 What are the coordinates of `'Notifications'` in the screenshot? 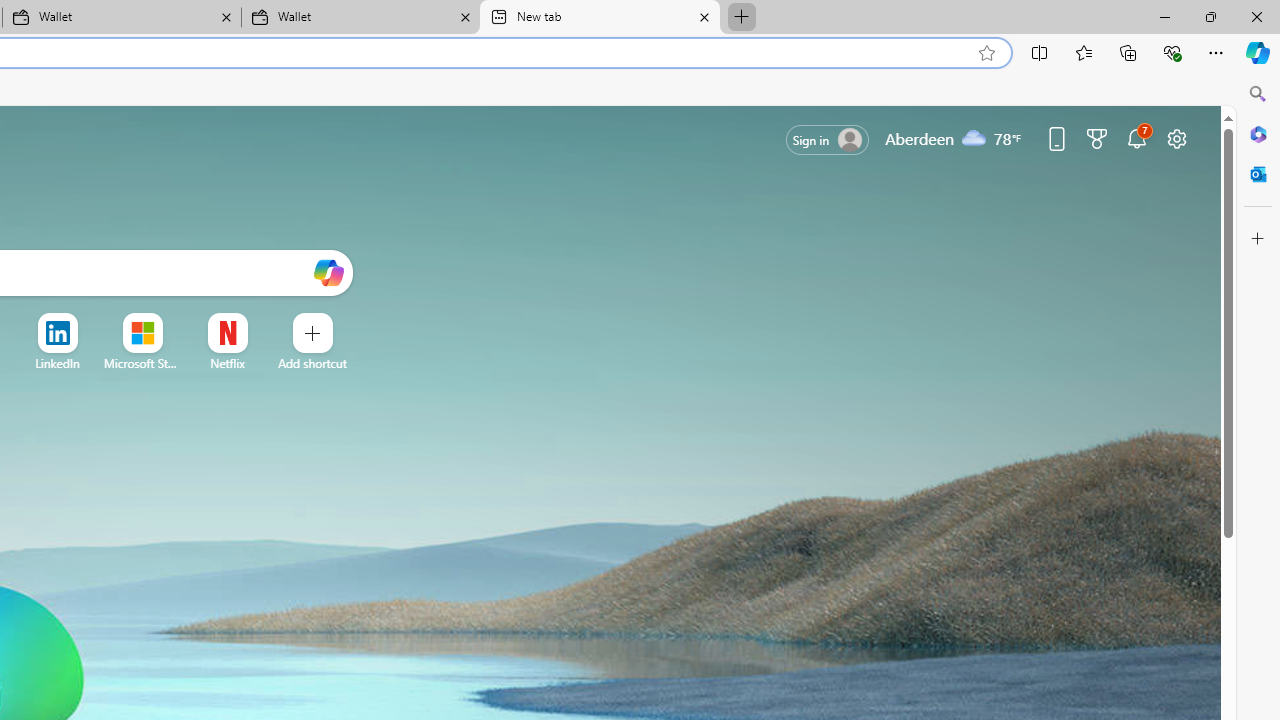 It's located at (1137, 137).